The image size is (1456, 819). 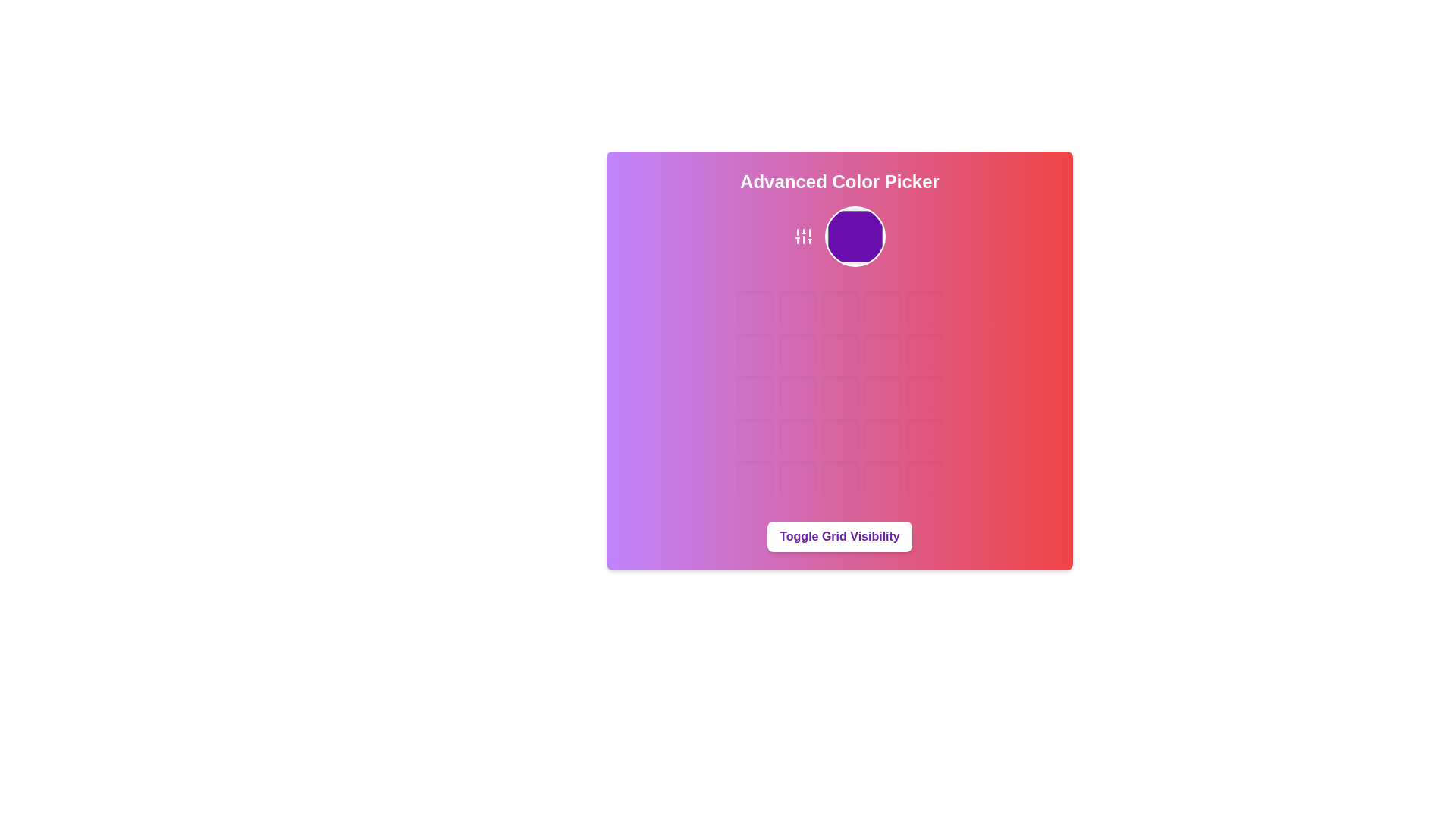 What do you see at coordinates (924, 394) in the screenshot?
I see `the fifth cell in the third row of the grid` at bounding box center [924, 394].